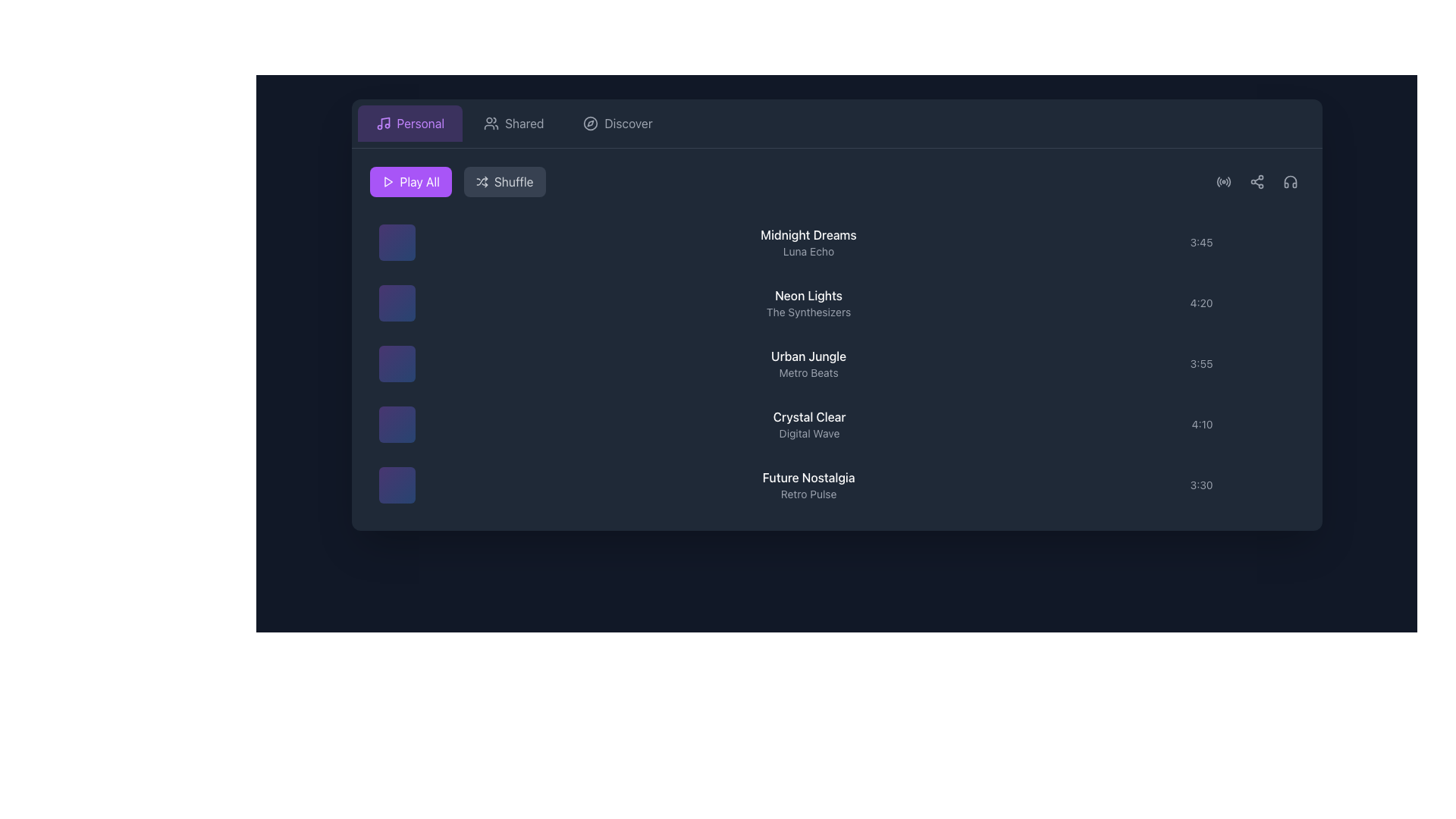 Image resolution: width=1456 pixels, height=819 pixels. What do you see at coordinates (836, 424) in the screenshot?
I see `the fourth item in the music list` at bounding box center [836, 424].